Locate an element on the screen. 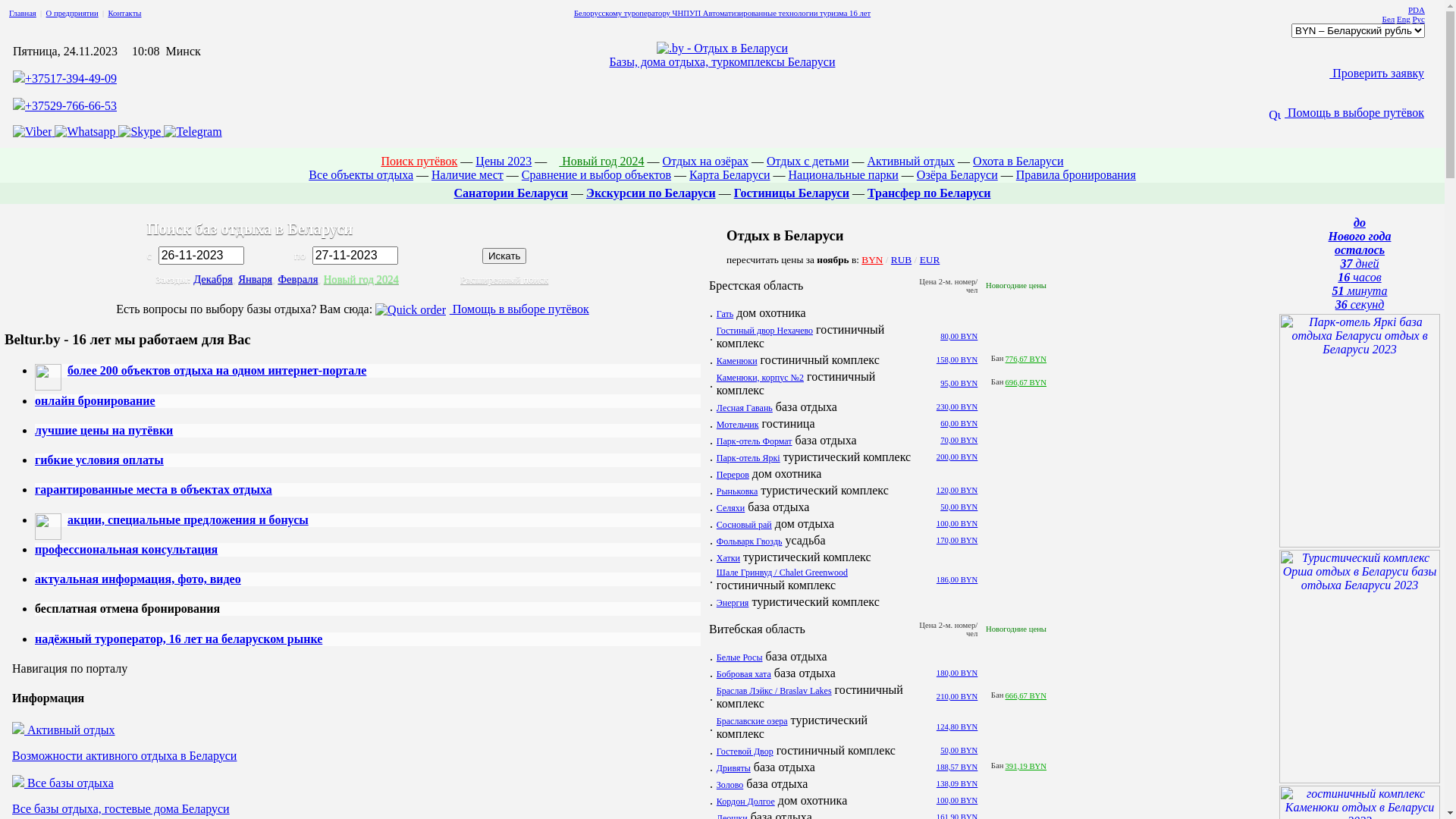 The height and width of the screenshot is (819, 1456). '138,09 BYN' is located at coordinates (935, 783).